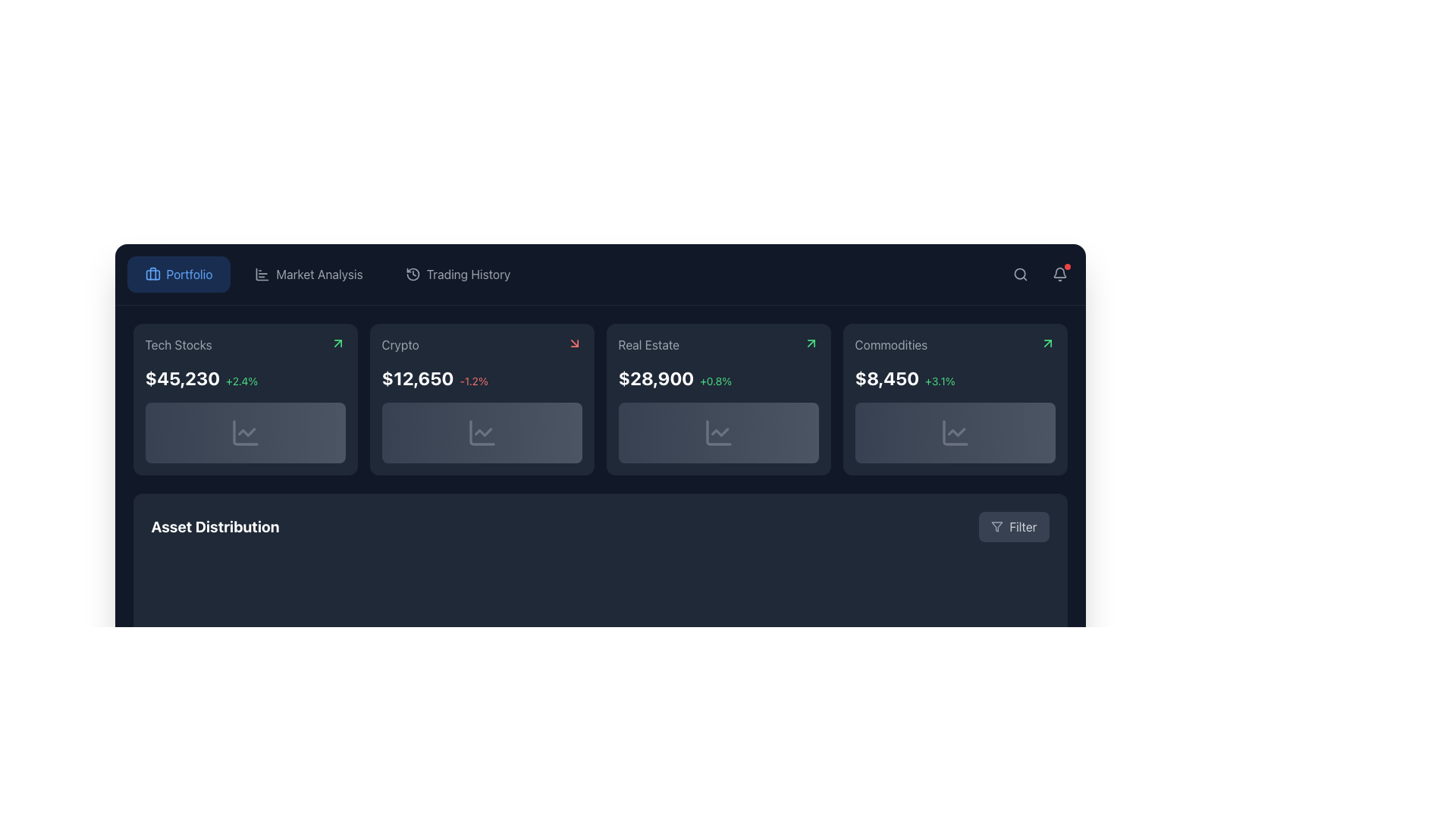 This screenshot has width=1456, height=819. Describe the element at coordinates (939, 380) in the screenshot. I see `value displayed in the text label showing '+3.1%' in green color, located within the 'Commodities' card, positioned to the right of the '$8,450' text` at that location.